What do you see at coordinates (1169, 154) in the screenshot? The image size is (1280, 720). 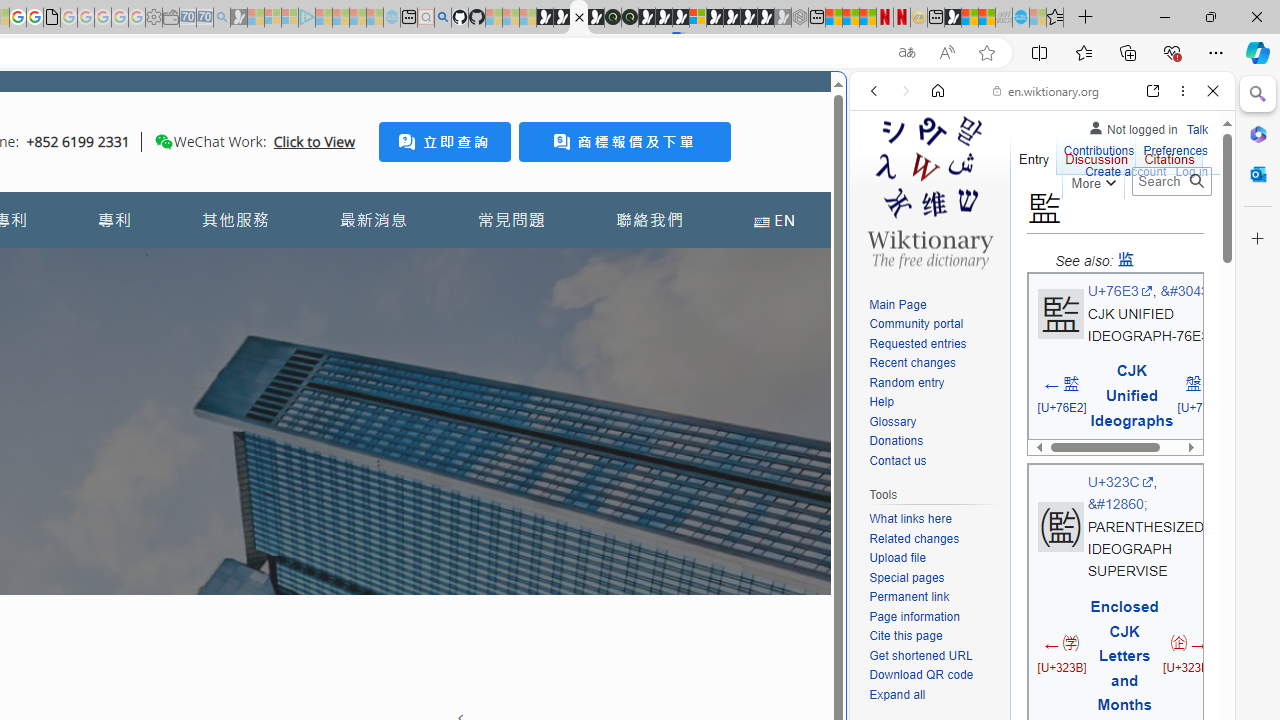 I see `'Citations'` at bounding box center [1169, 154].